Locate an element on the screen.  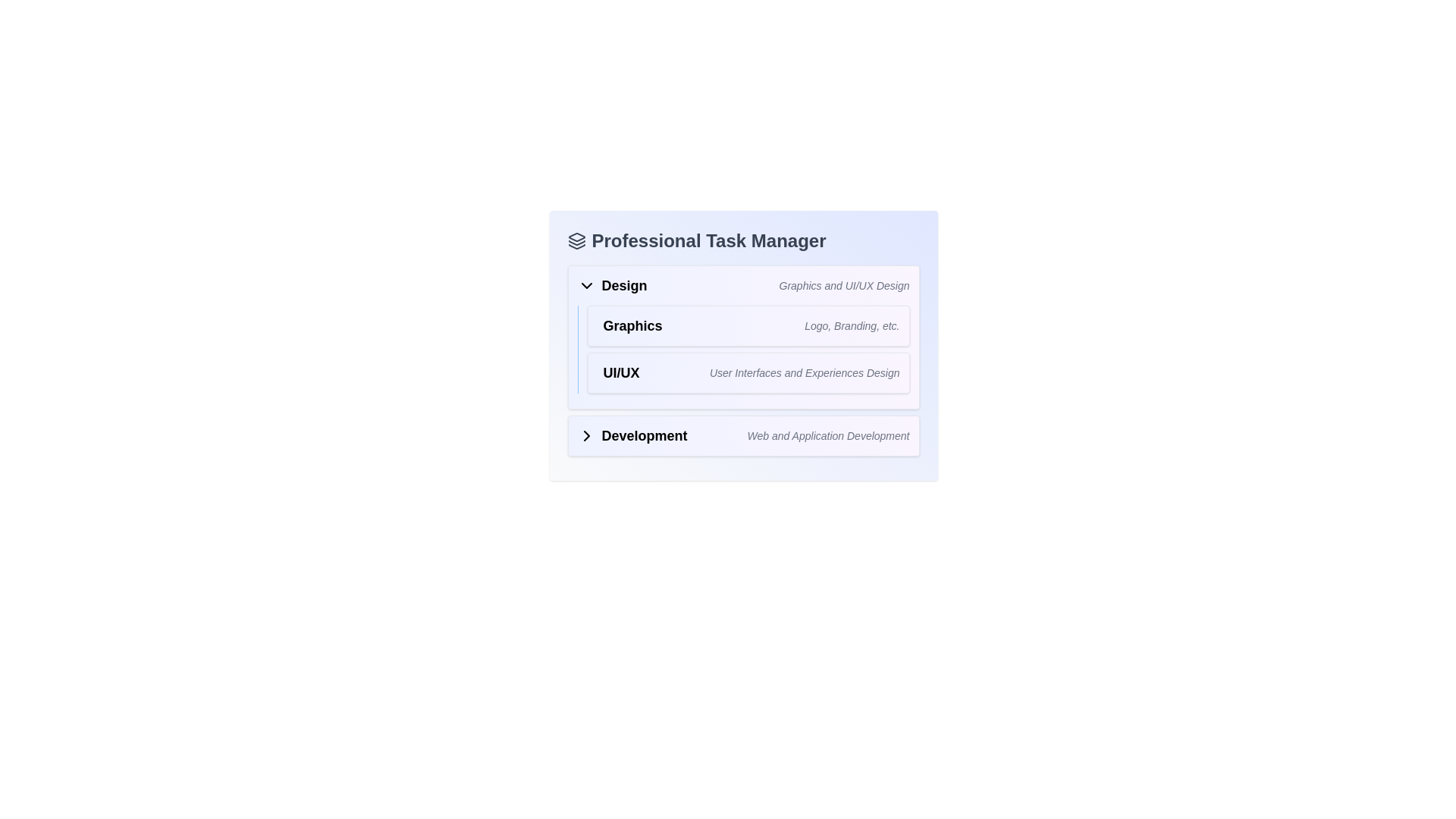
the italicized, light gray text reading 'Web and Application Development' located below the bolded 'Development' label is located at coordinates (827, 435).